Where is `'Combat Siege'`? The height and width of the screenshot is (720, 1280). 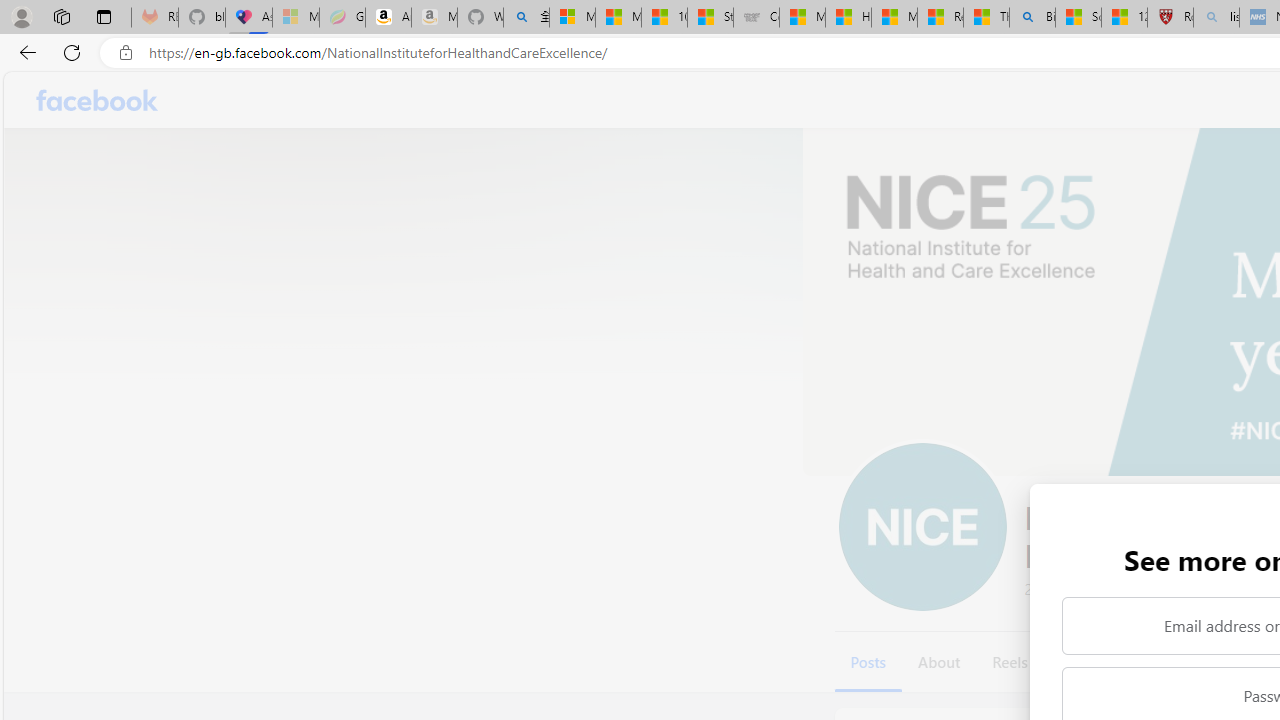
'Combat Siege' is located at coordinates (755, 17).